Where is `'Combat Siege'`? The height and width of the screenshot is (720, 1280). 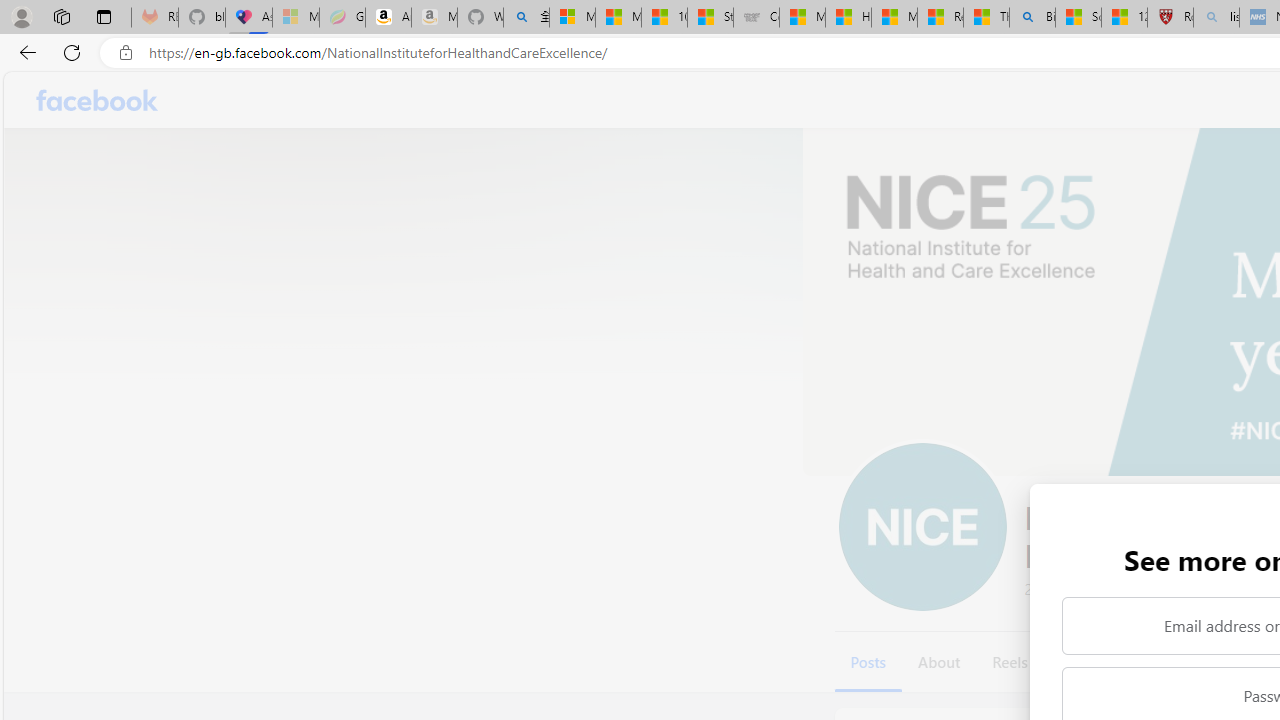
'Combat Siege' is located at coordinates (755, 17).